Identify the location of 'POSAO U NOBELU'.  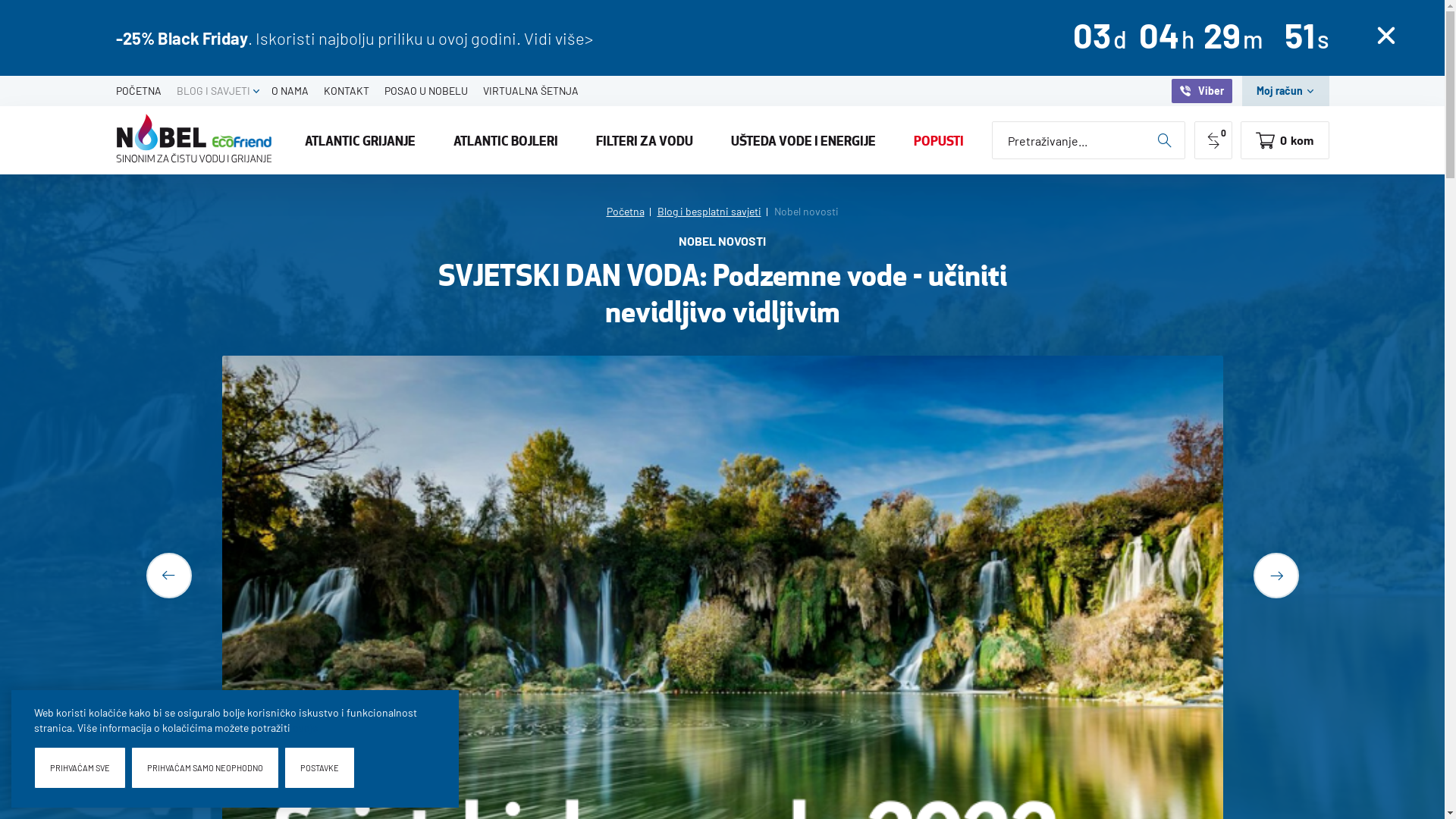
(375, 90).